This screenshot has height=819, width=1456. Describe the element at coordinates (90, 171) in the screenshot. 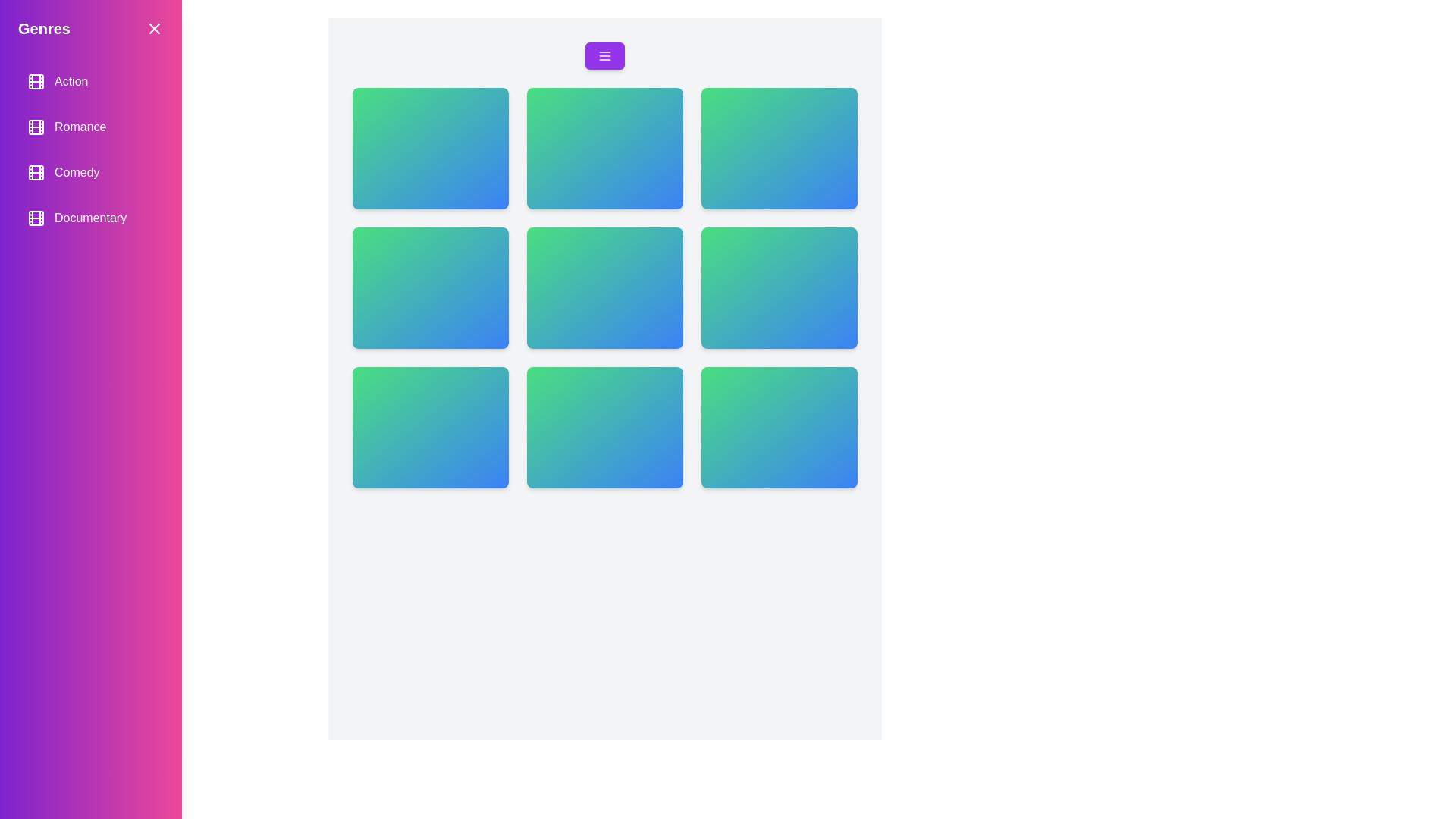

I see `the genre item labeled Comedy` at that location.